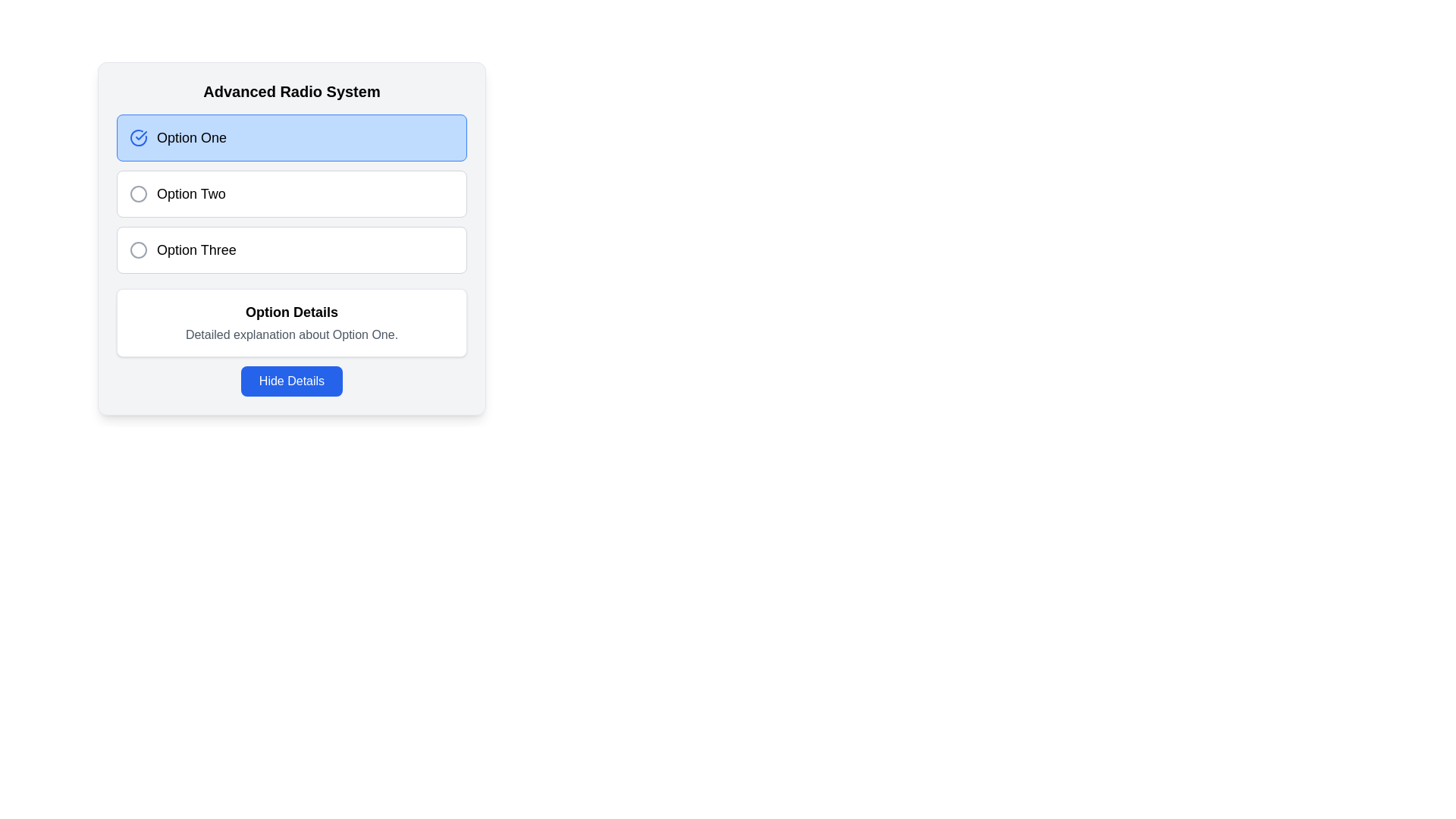 This screenshot has width=1456, height=819. What do you see at coordinates (291, 193) in the screenshot?
I see `the 'Option Two' radio button` at bounding box center [291, 193].